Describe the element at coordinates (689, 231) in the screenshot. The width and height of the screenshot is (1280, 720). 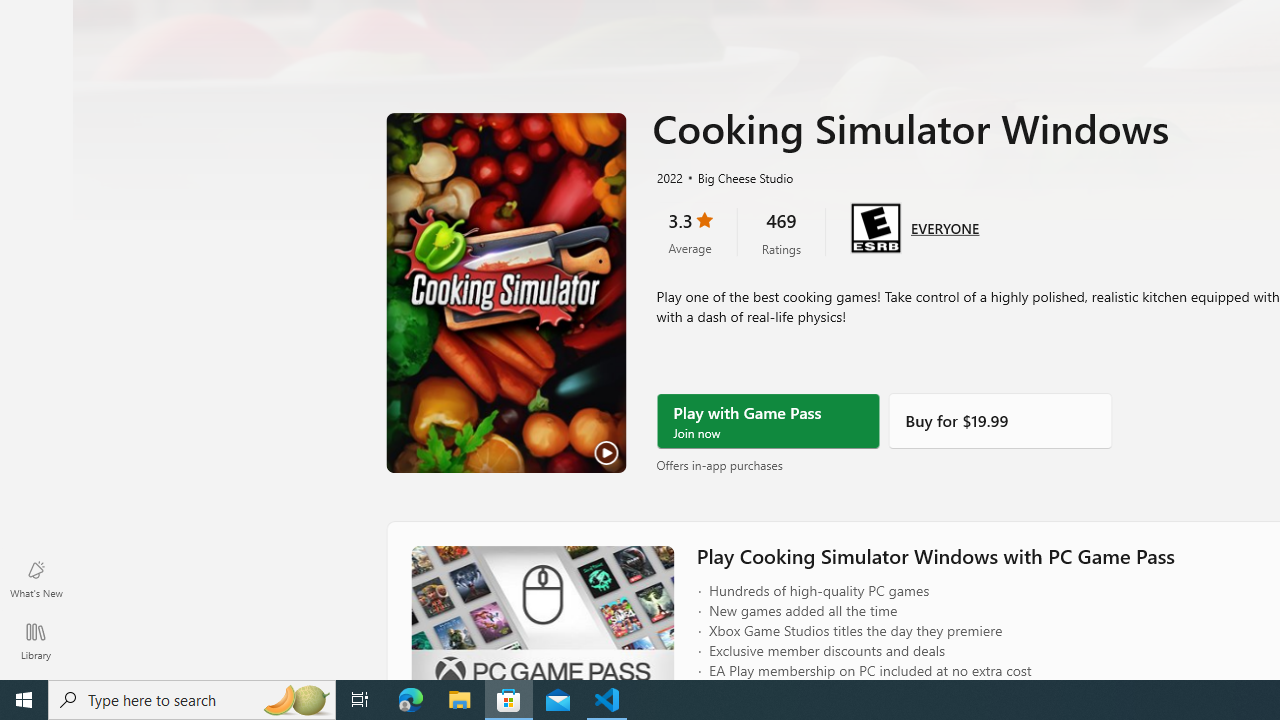
I see `'3.3 stars. Click to skip to ratings and reviews'` at that location.